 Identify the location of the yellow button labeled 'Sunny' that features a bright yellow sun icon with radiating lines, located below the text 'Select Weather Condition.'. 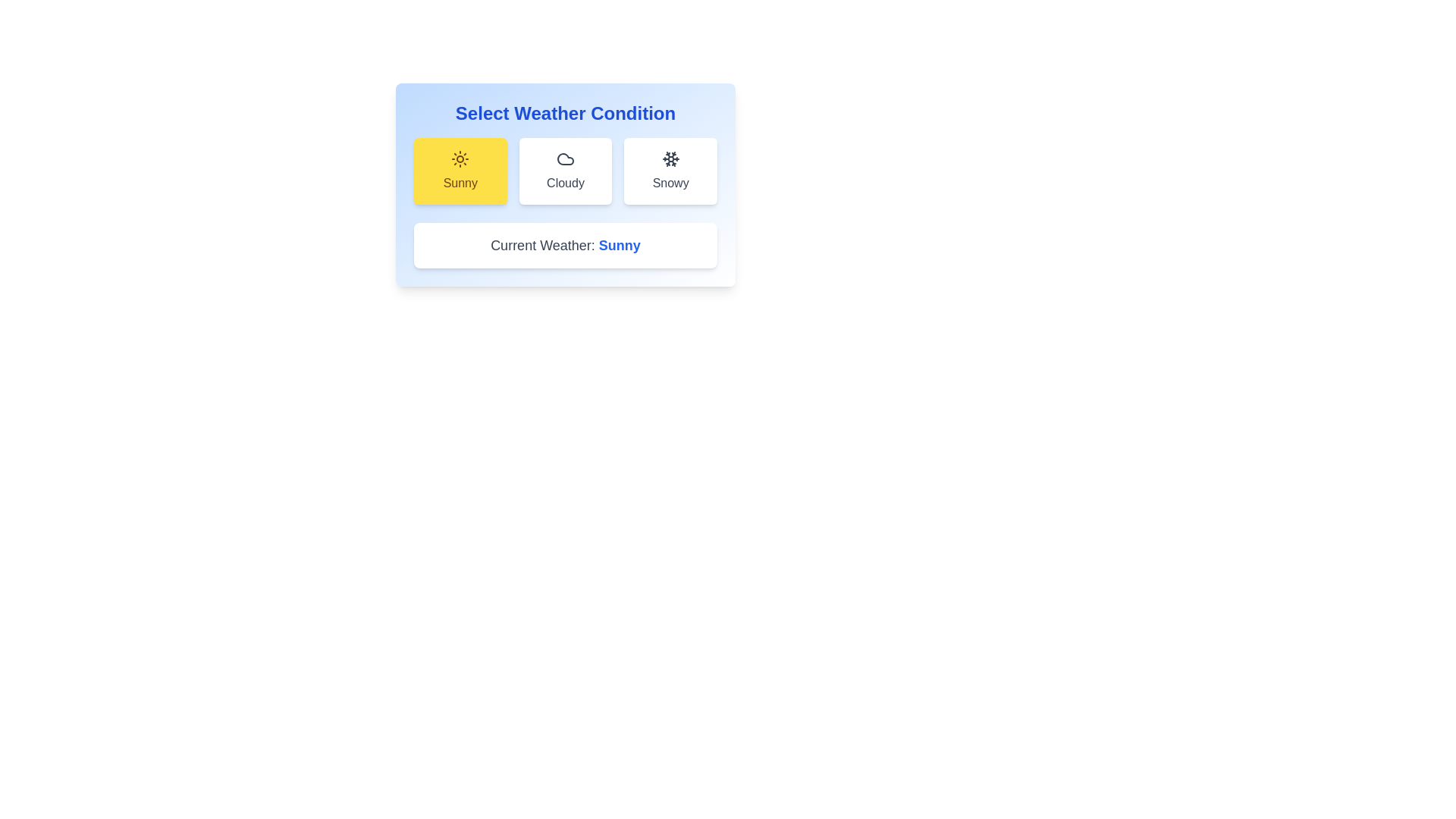
(459, 158).